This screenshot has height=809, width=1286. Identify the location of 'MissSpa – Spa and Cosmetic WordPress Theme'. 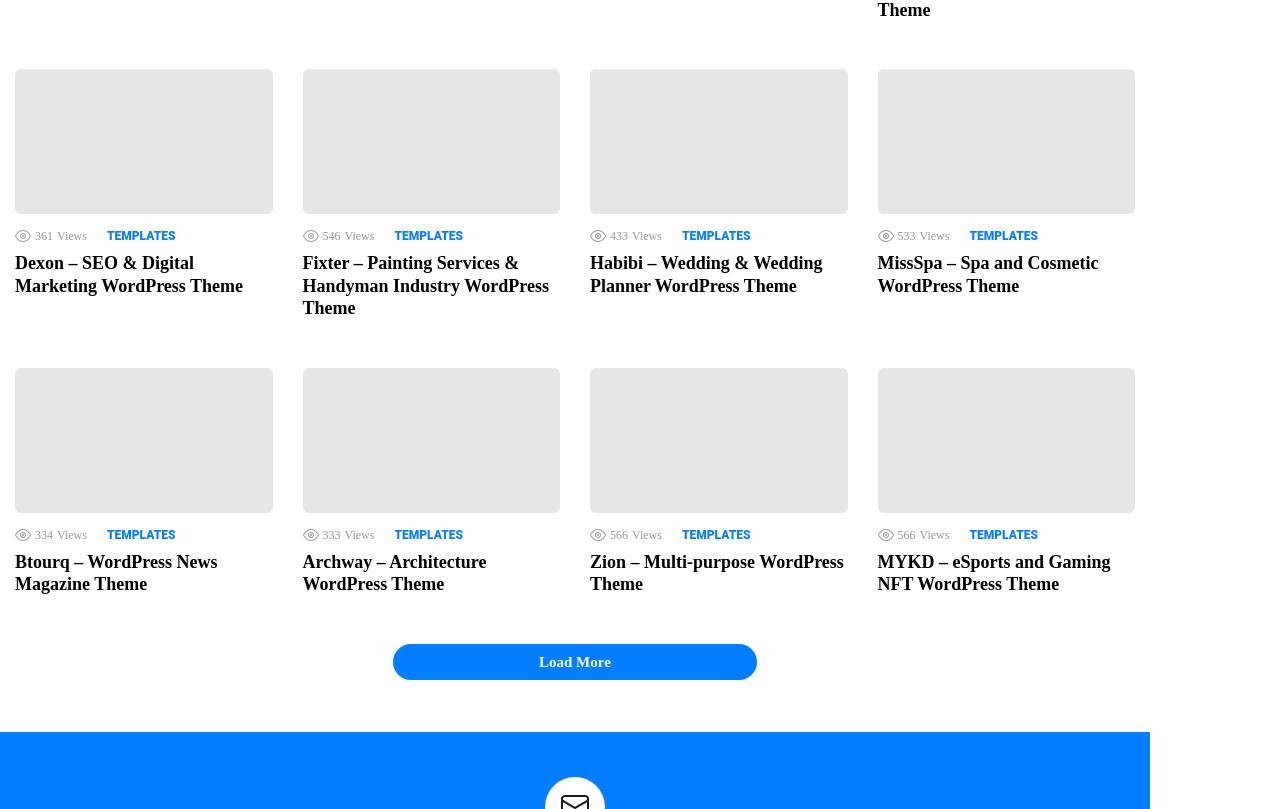
(986, 274).